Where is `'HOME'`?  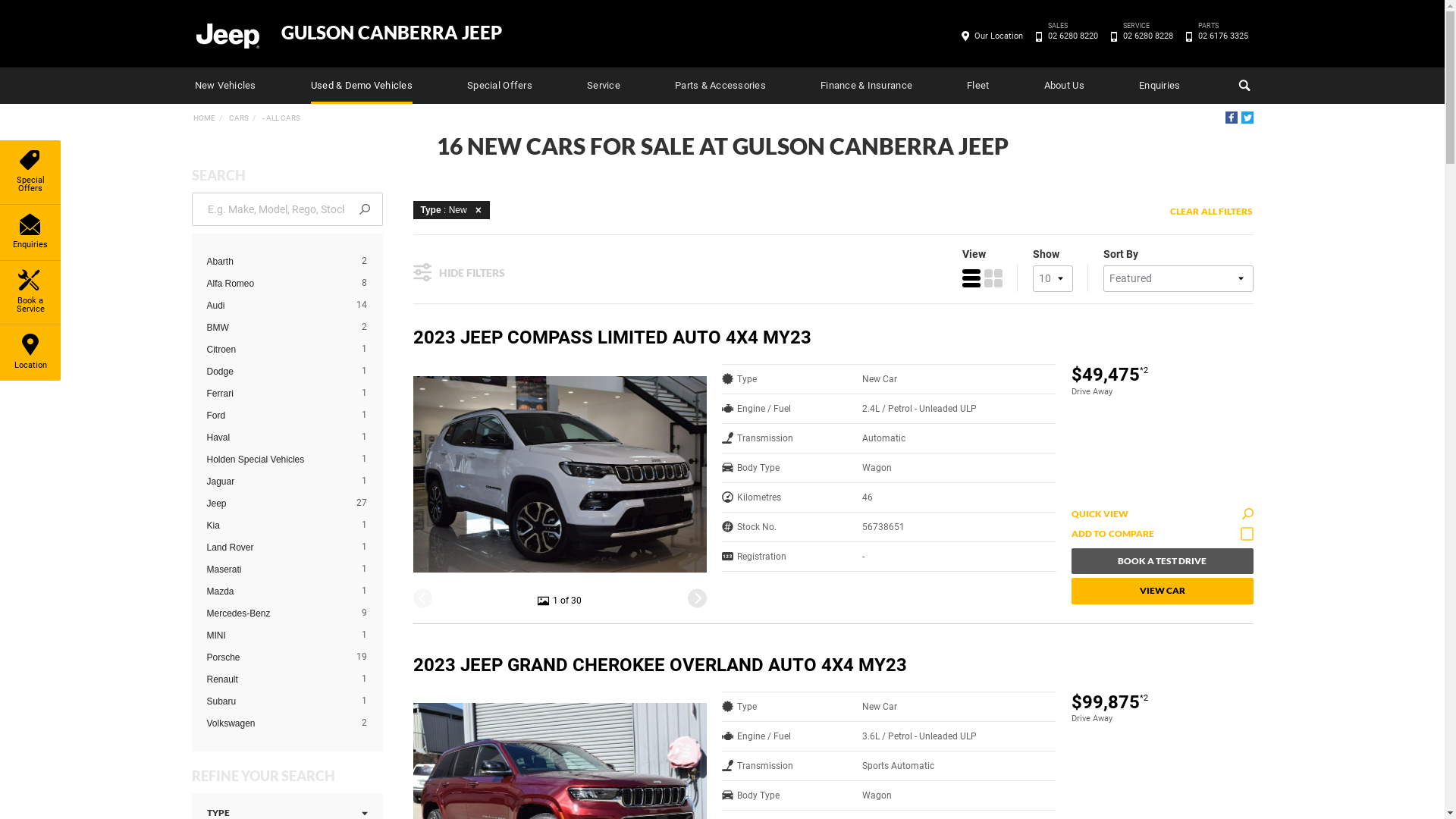 'HOME' is located at coordinates (202, 117).